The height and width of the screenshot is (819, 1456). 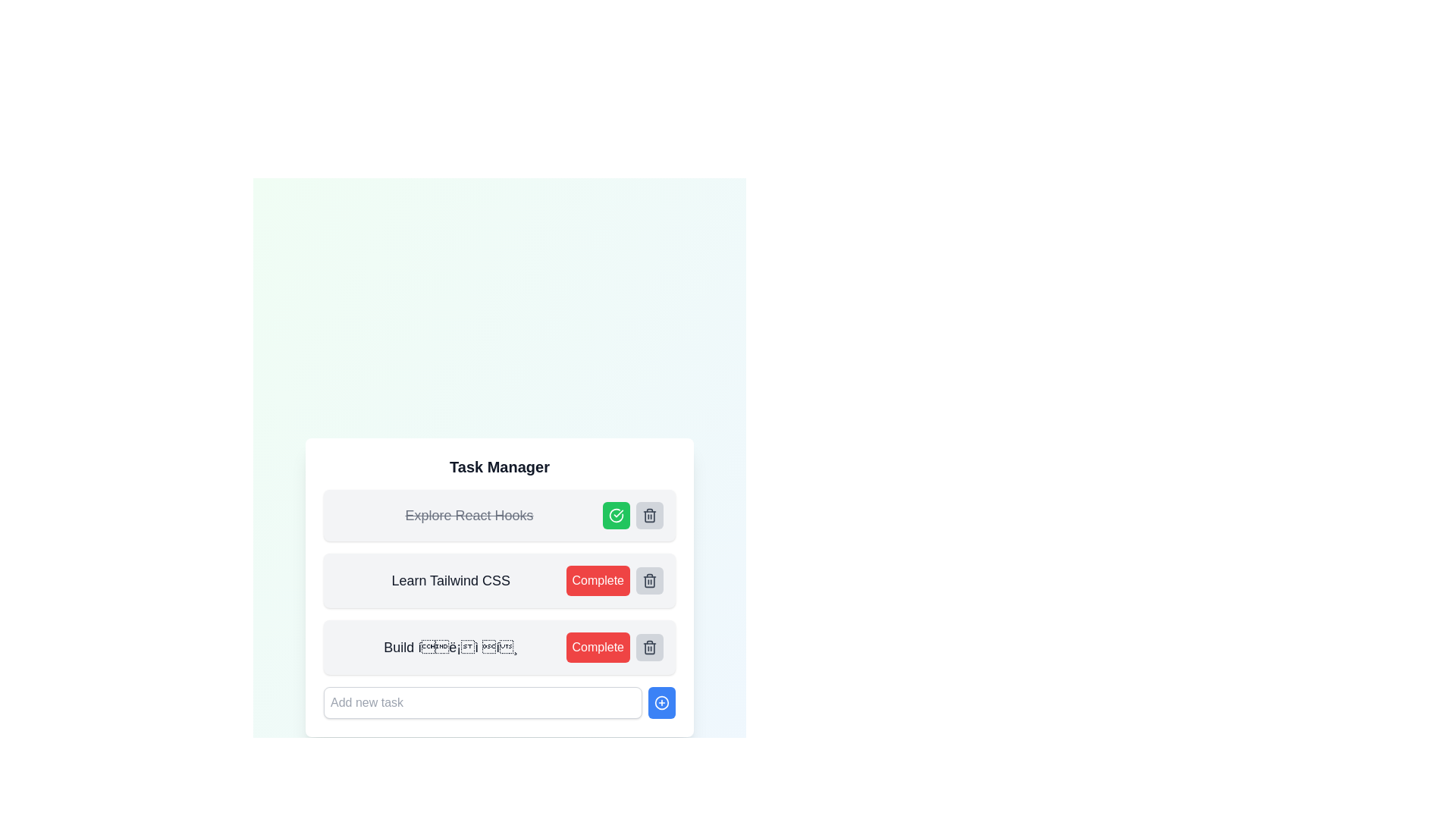 I want to click on delete button for the task with text 'Build íë¡ì í¸', so click(x=650, y=647).